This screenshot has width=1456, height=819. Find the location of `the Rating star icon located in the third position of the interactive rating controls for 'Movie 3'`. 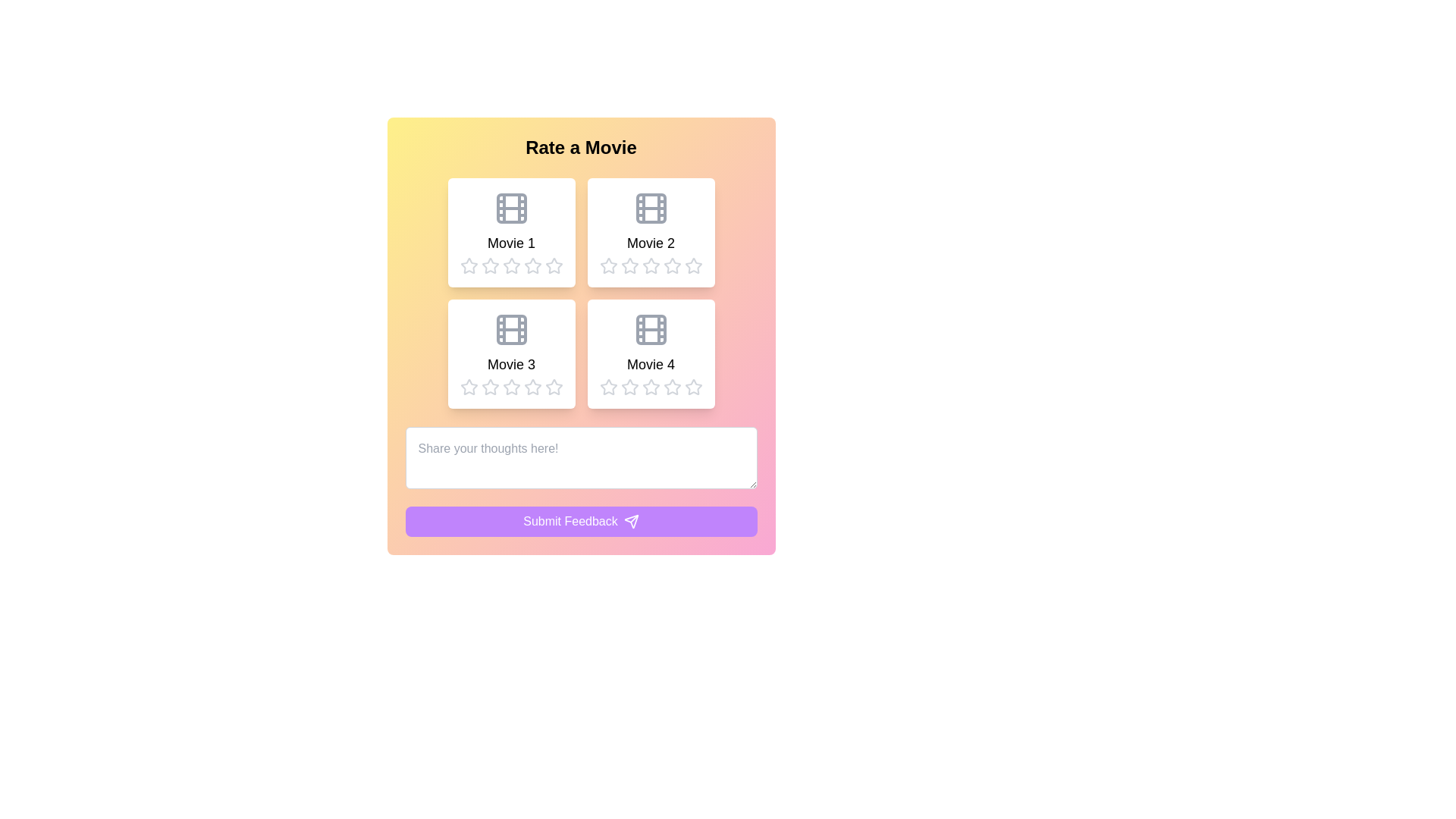

the Rating star icon located in the third position of the interactive rating controls for 'Movie 3' is located at coordinates (490, 386).